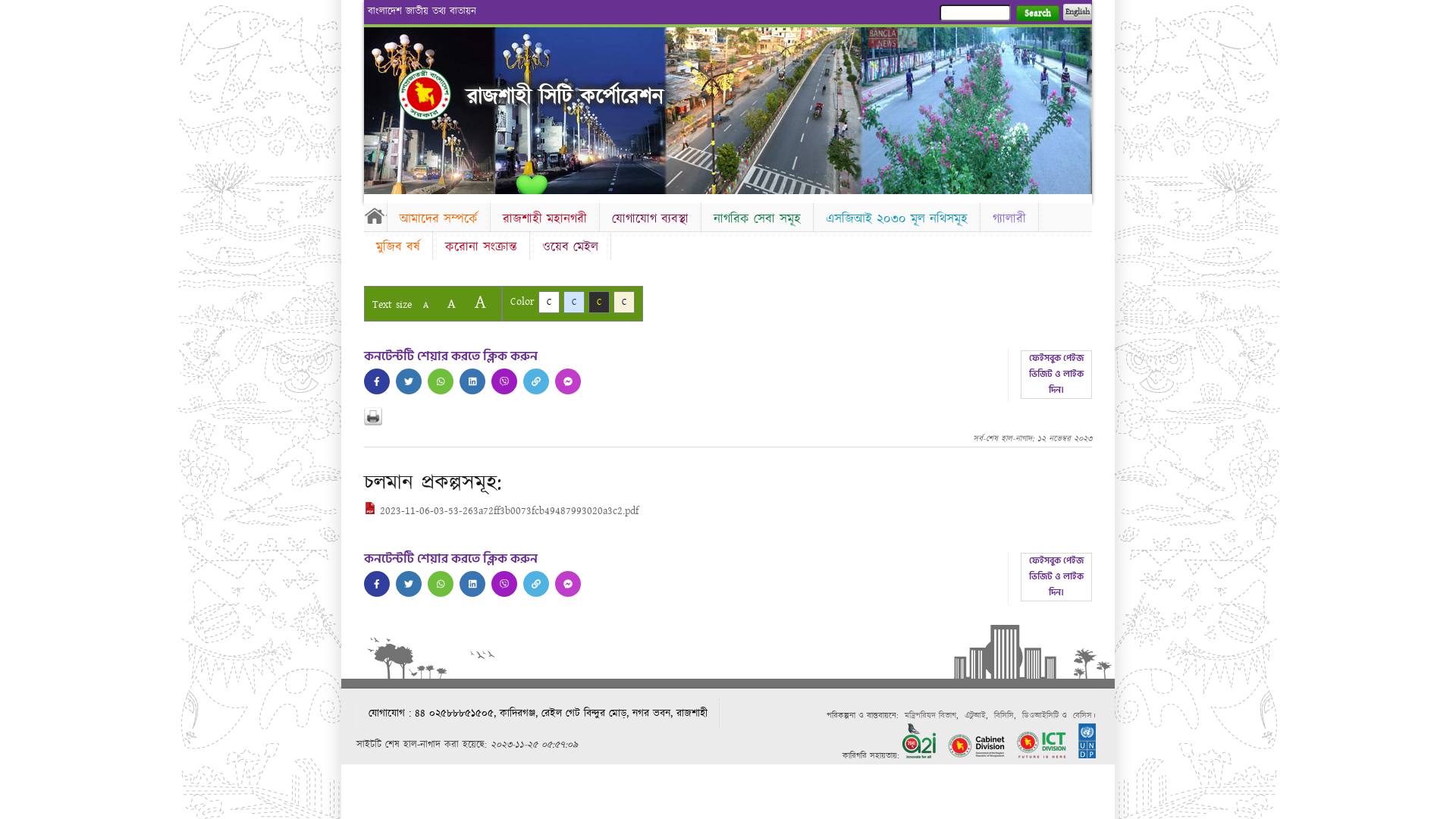 Image resolution: width=1456 pixels, height=819 pixels. Describe the element at coordinates (1076, 11) in the screenshot. I see `'English'` at that location.